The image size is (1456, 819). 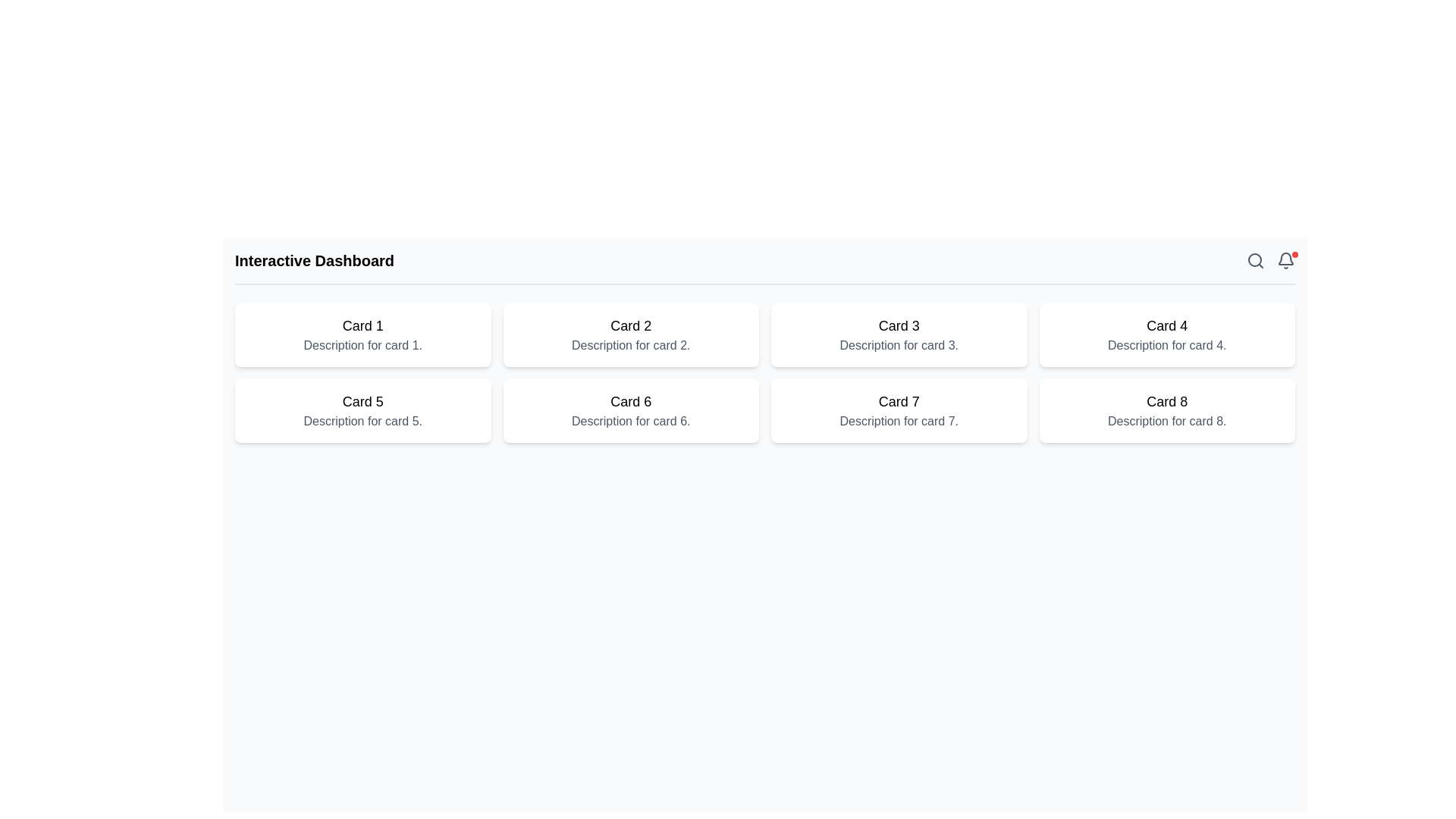 I want to click on the second card in the grid layout, which is positioned in the top row, second column, adjacent to 'Card 1' on the left and 'Card 3' on the right, so click(x=631, y=334).